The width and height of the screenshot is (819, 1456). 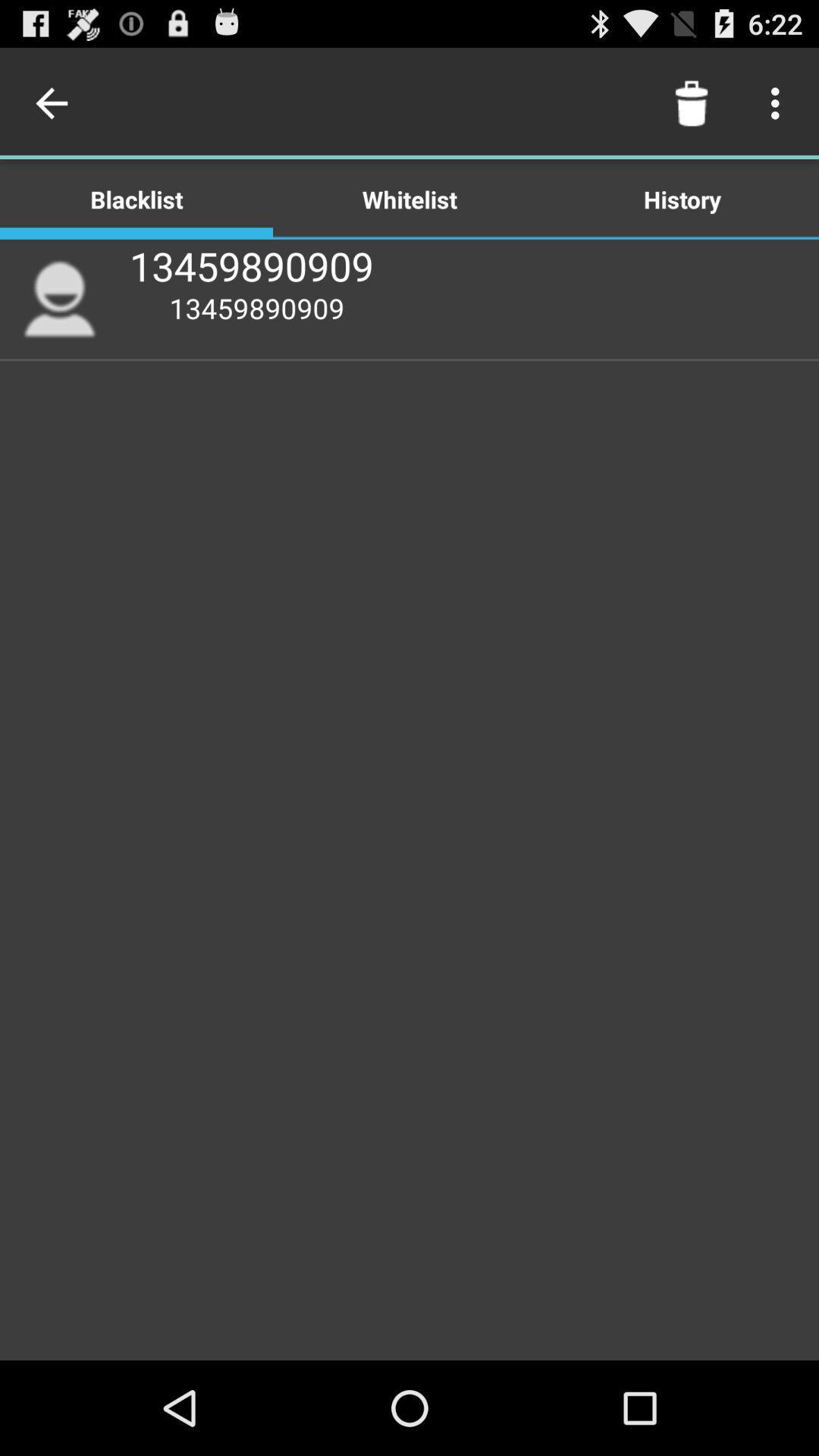 I want to click on icon next to the whitelist, so click(x=681, y=198).